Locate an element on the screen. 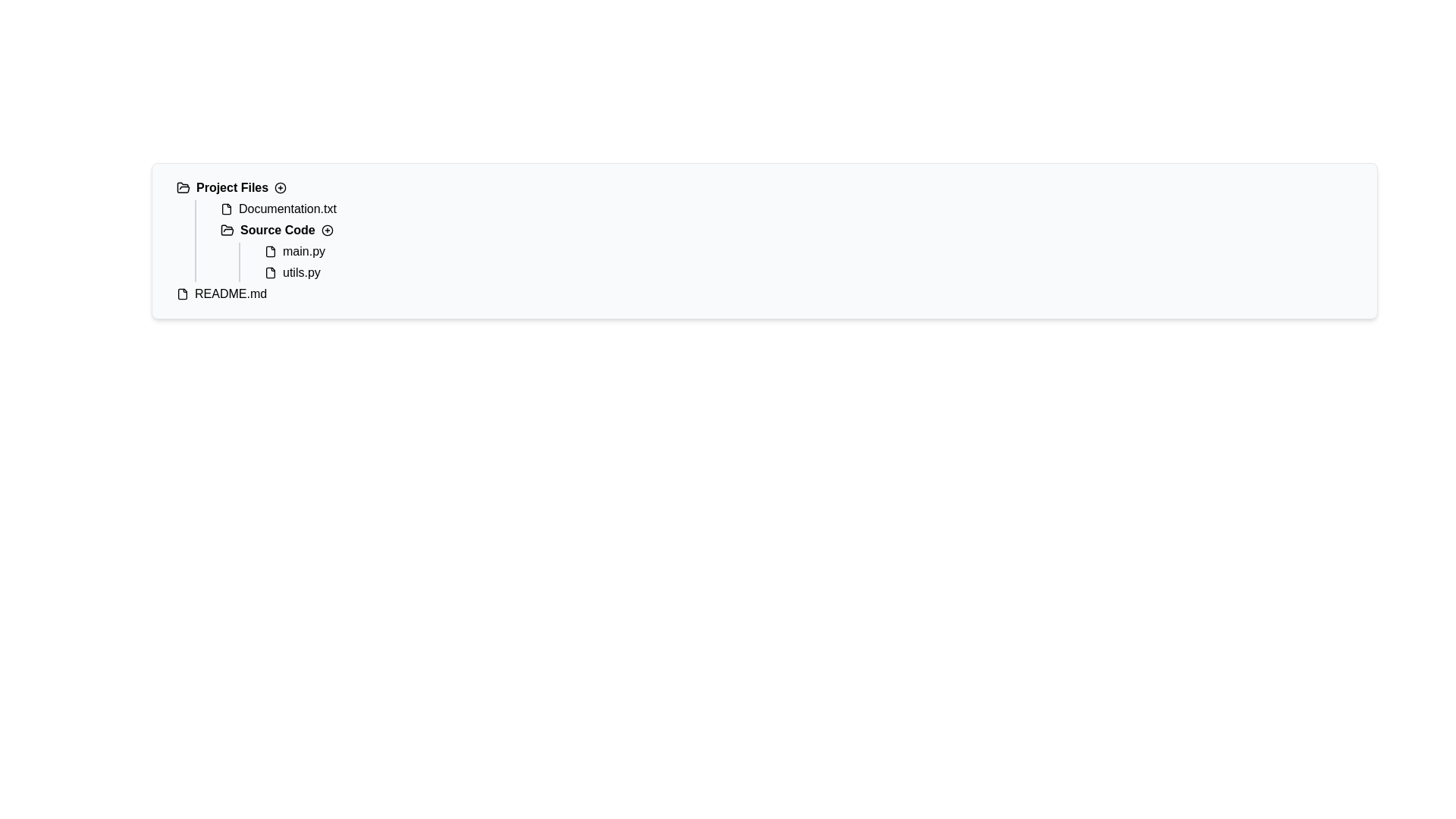 This screenshot has height=819, width=1456. the text label displaying 'main.py', which is the first file item under the 'Source Code' section is located at coordinates (303, 250).